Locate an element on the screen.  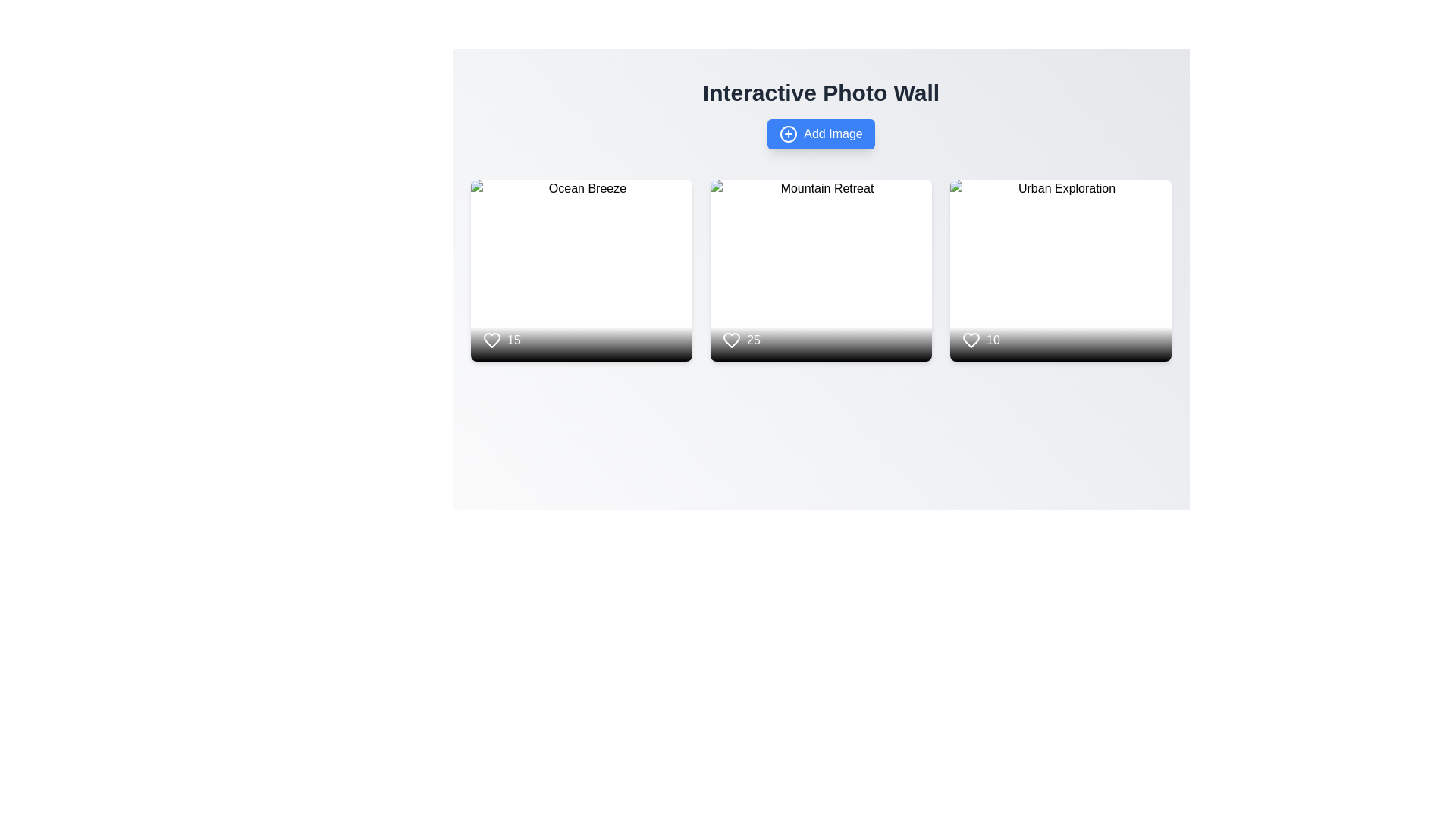
the blue 'Add Image' button that contains the SVG Circle is located at coordinates (789, 133).